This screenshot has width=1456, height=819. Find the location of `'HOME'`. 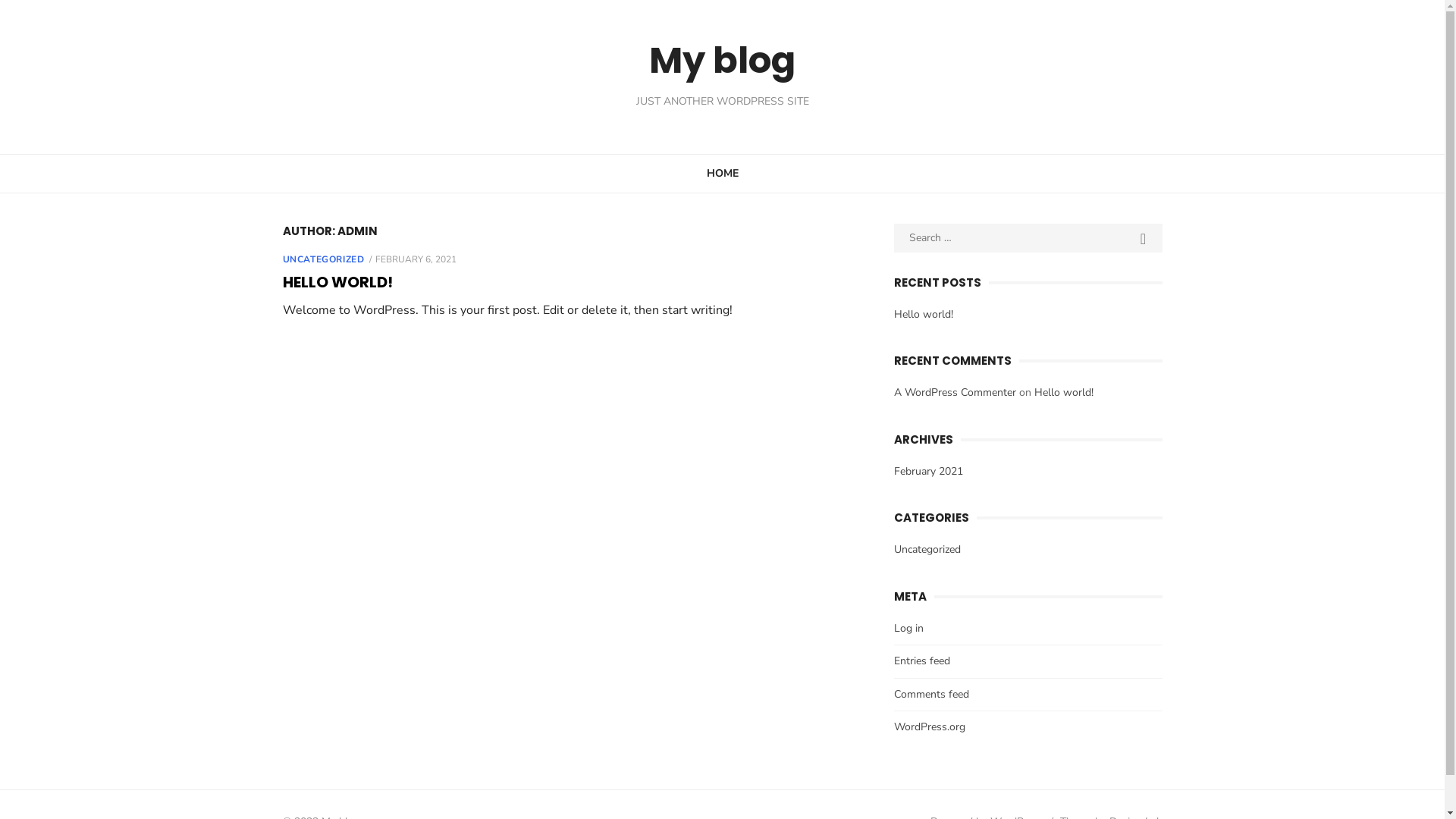

'HOME' is located at coordinates (722, 171).